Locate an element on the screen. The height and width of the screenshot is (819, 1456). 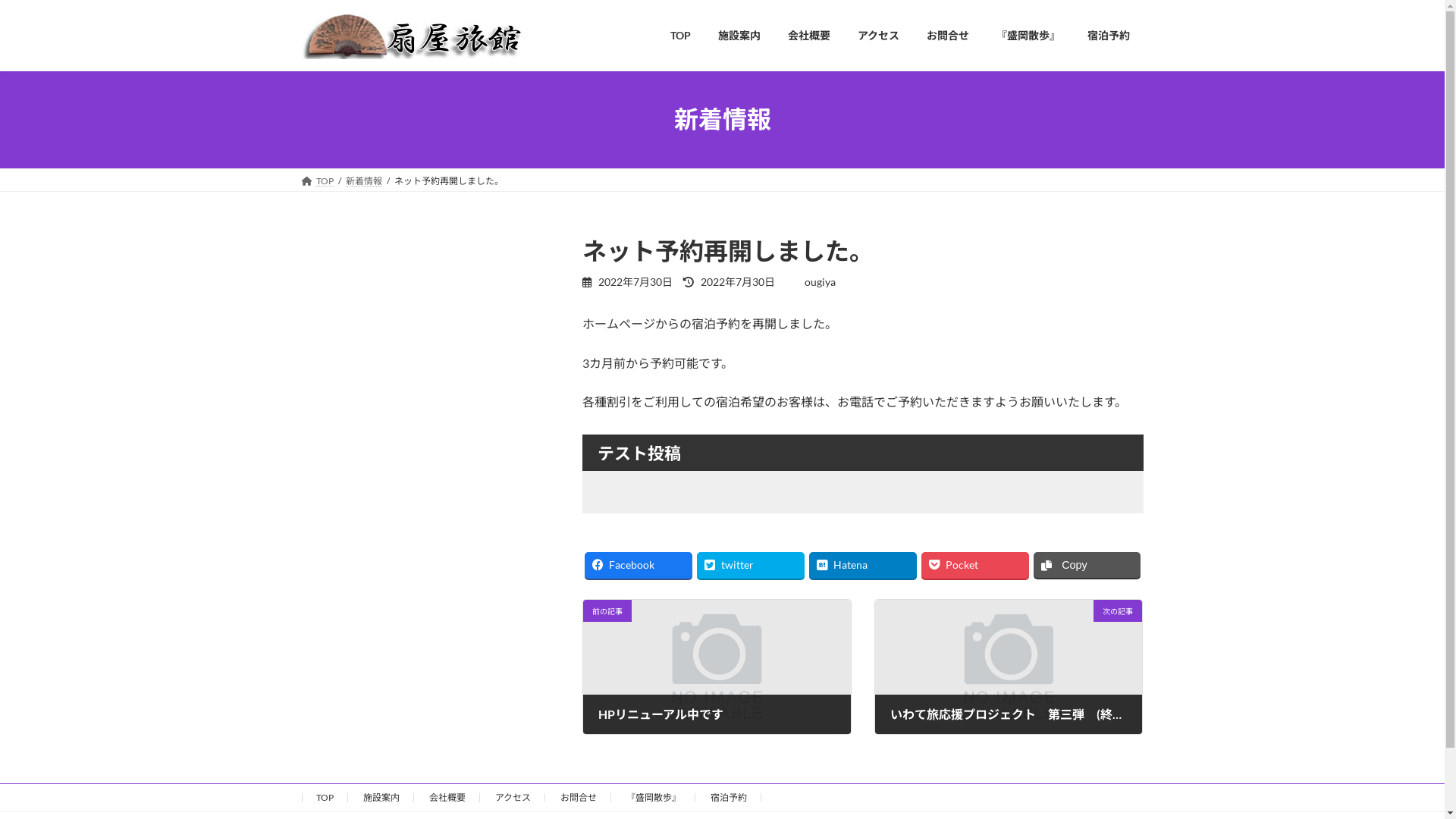
'Facebook' is located at coordinates (638, 564).